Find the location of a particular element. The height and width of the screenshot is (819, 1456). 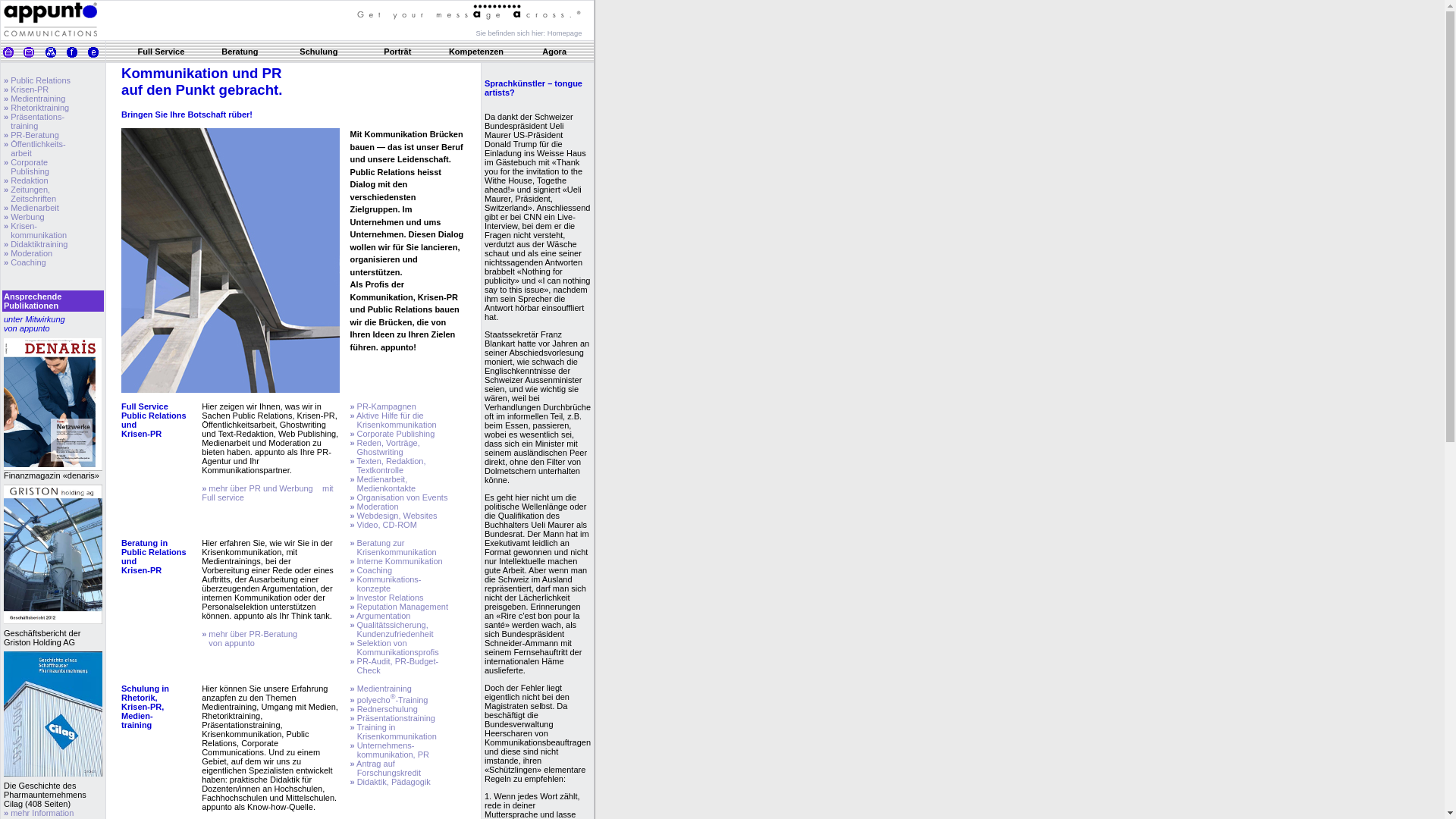

' Didaktiktraining' is located at coordinates (37, 243).